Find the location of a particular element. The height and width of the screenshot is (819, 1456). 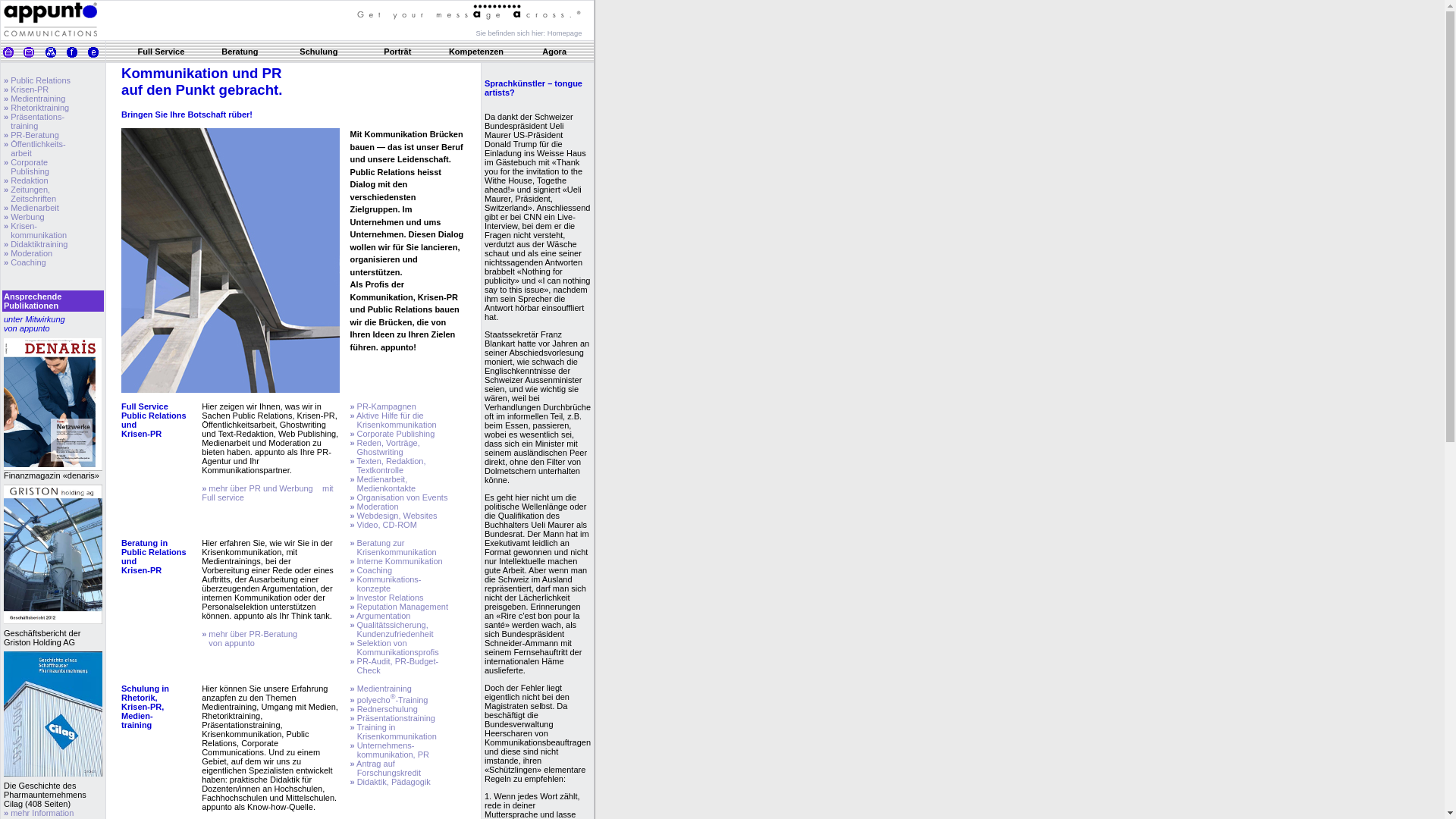

' Didaktiktraining' is located at coordinates (37, 243).